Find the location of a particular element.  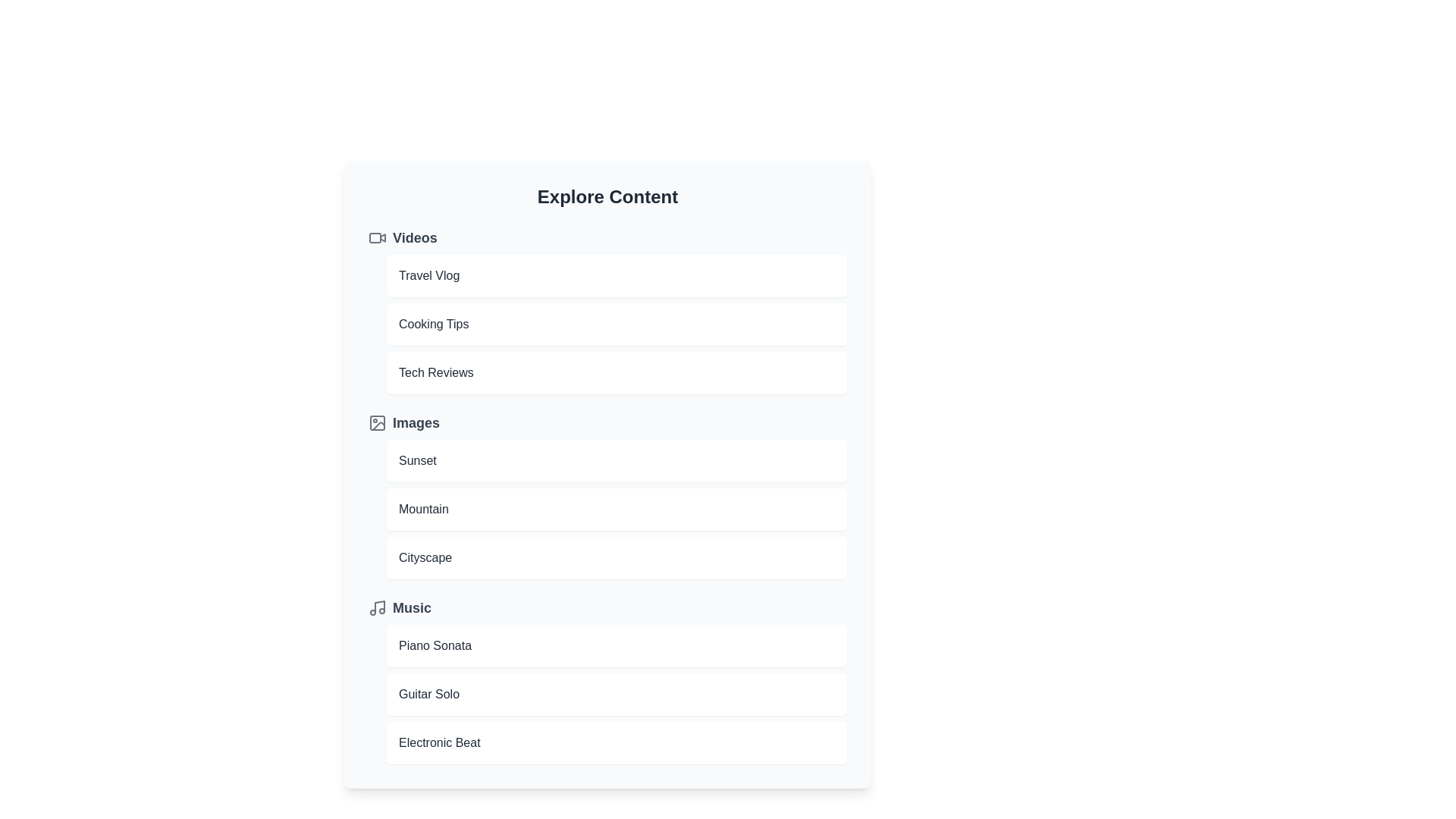

the item Cooking Tips to open it is located at coordinates (617, 324).